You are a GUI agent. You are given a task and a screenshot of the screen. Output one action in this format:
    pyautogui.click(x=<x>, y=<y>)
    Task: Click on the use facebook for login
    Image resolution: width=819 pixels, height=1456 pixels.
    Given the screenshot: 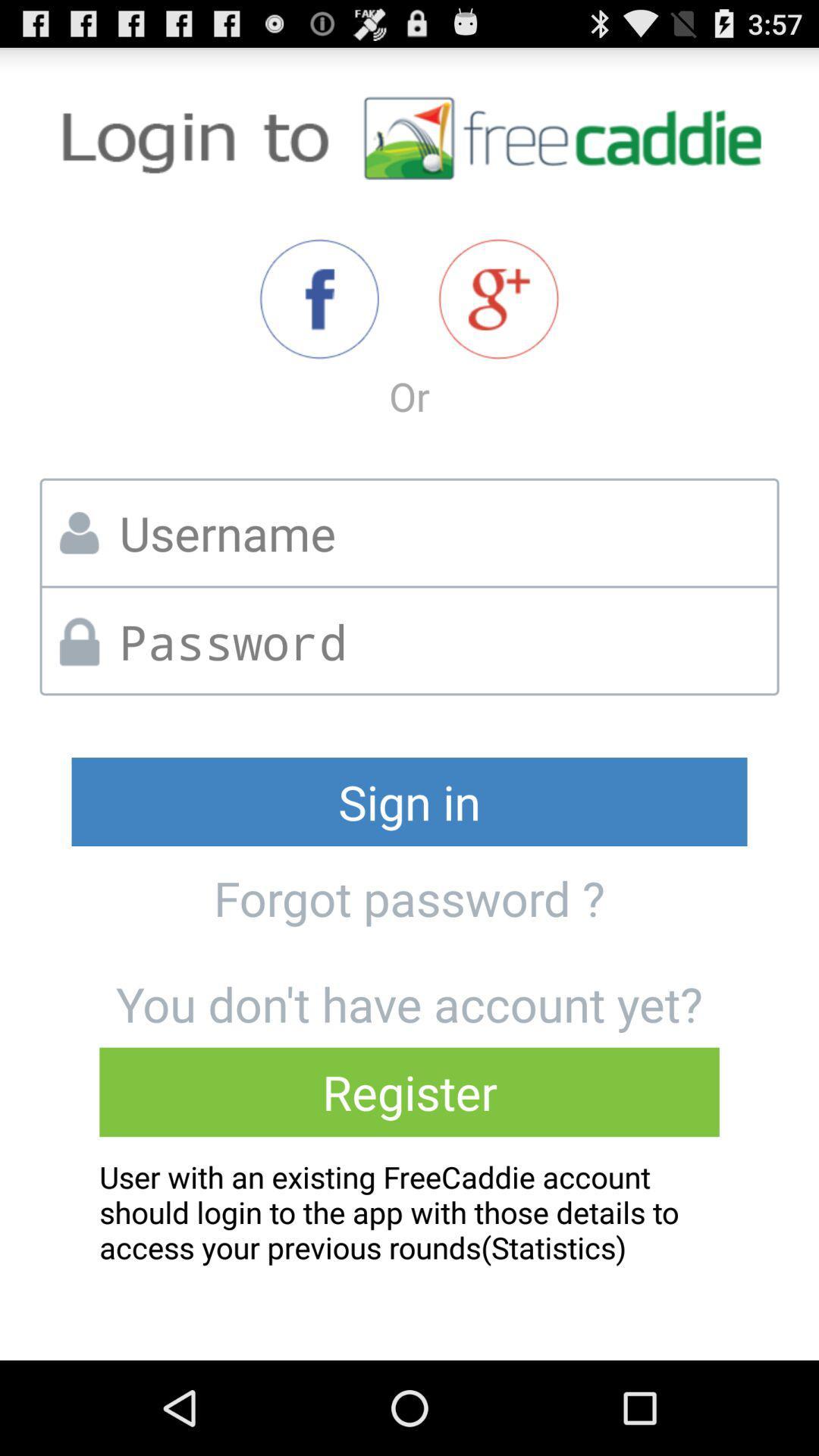 What is the action you would take?
    pyautogui.click(x=318, y=299)
    